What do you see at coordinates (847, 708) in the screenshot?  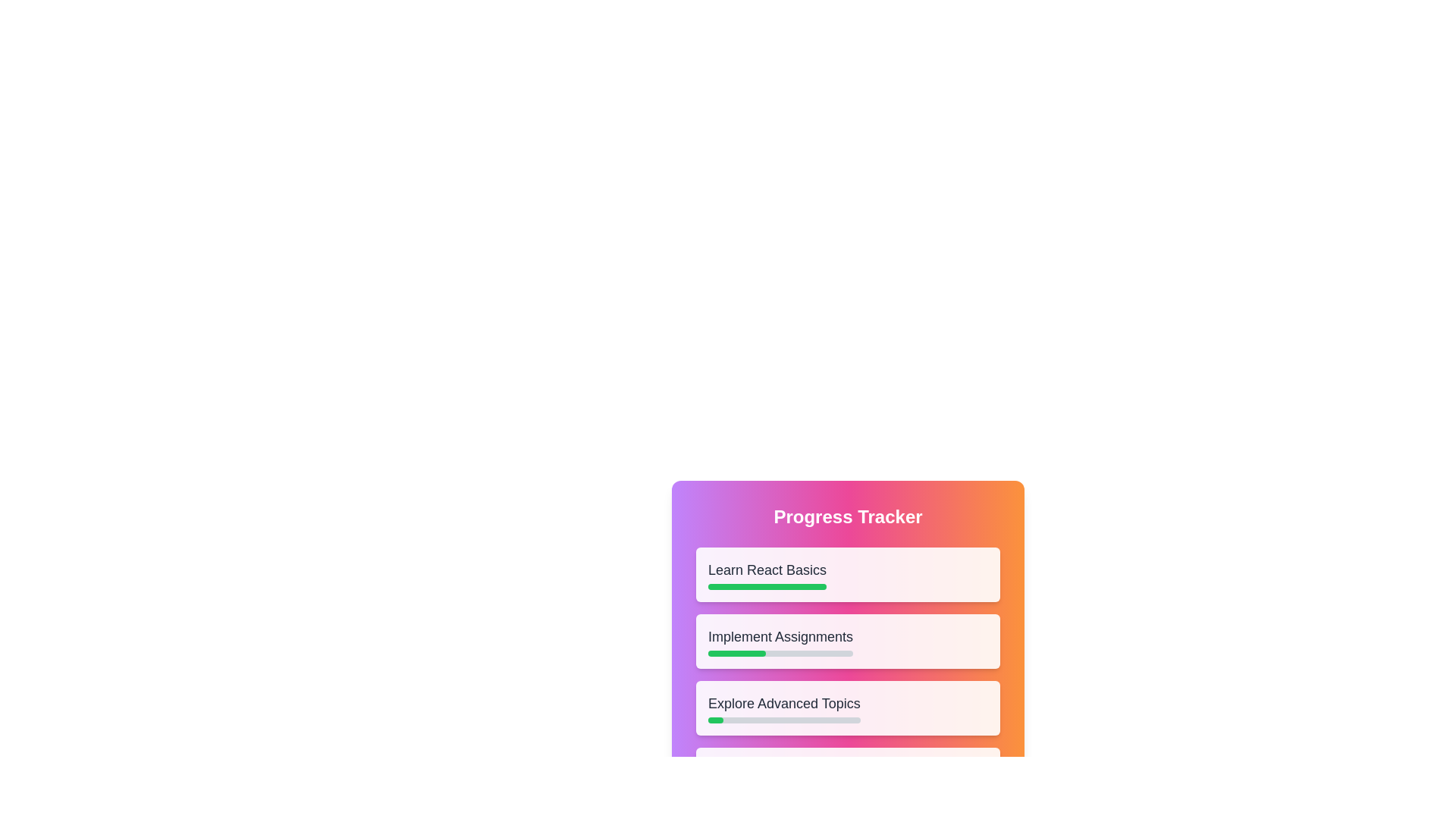 I see `the task Explore Advanced Topics to open the context menu` at bounding box center [847, 708].